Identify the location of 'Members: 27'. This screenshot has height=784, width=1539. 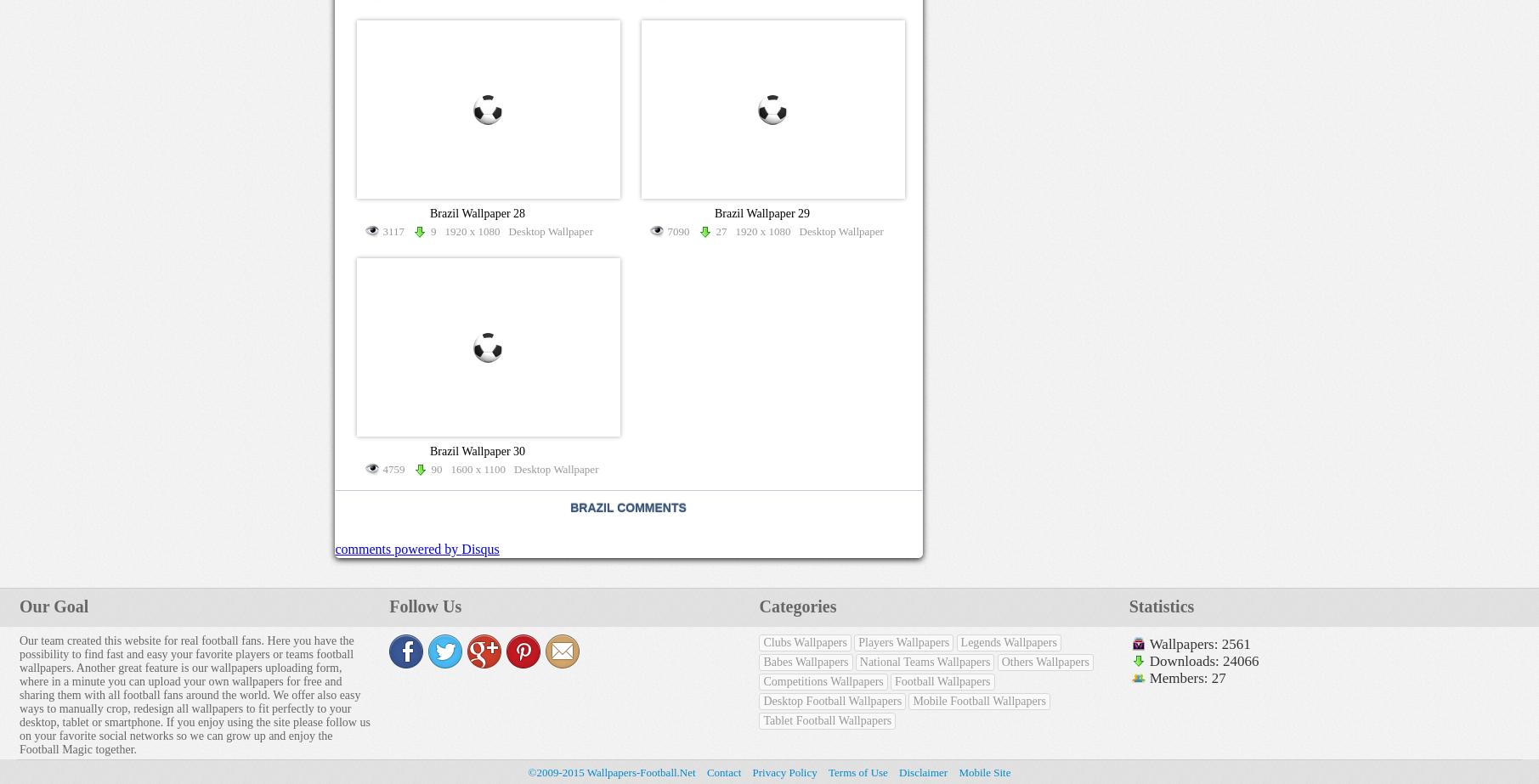
(1186, 677).